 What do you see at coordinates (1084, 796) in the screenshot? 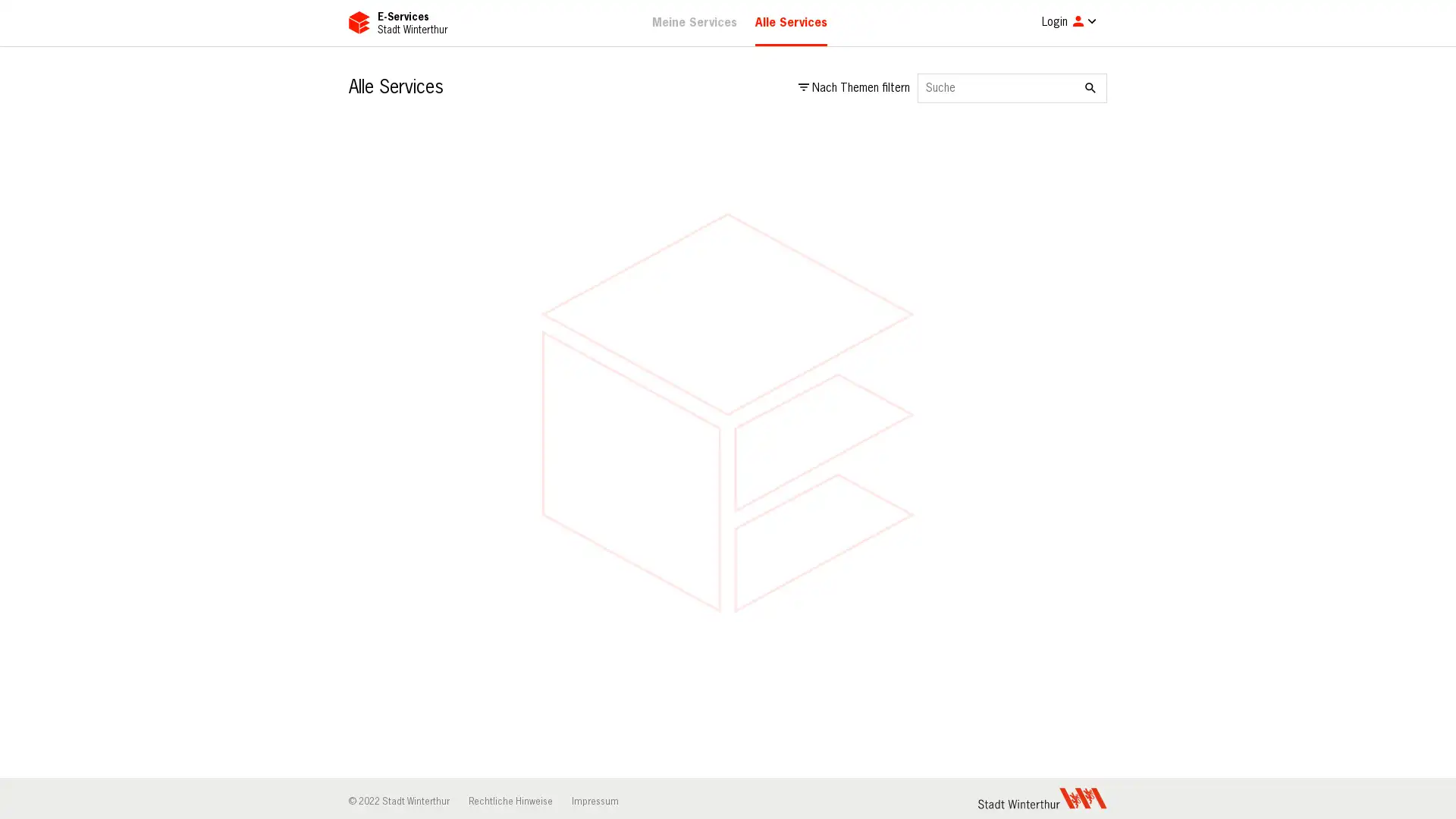
I see `Service Betreibung - Terminverschiebung zu Meine Services hinzufugen` at bounding box center [1084, 796].